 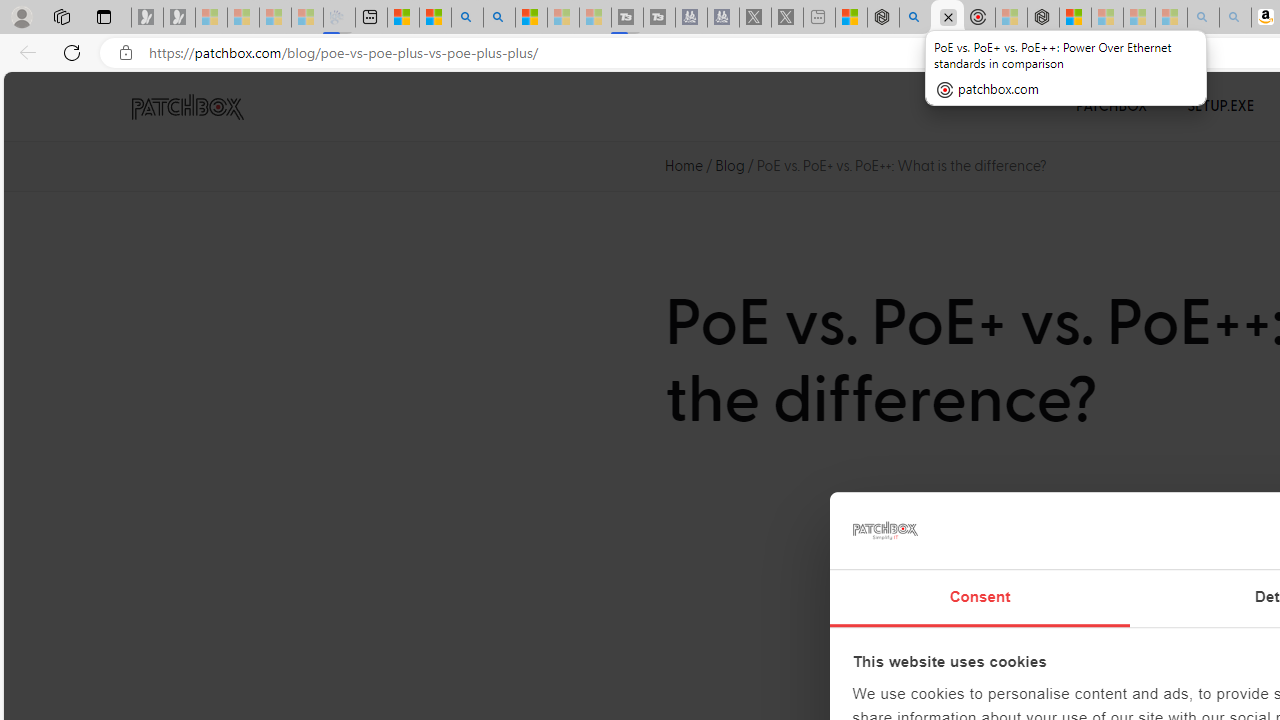 What do you see at coordinates (200, 106) in the screenshot?
I see `'PATCHBOX Simplify IT'` at bounding box center [200, 106].